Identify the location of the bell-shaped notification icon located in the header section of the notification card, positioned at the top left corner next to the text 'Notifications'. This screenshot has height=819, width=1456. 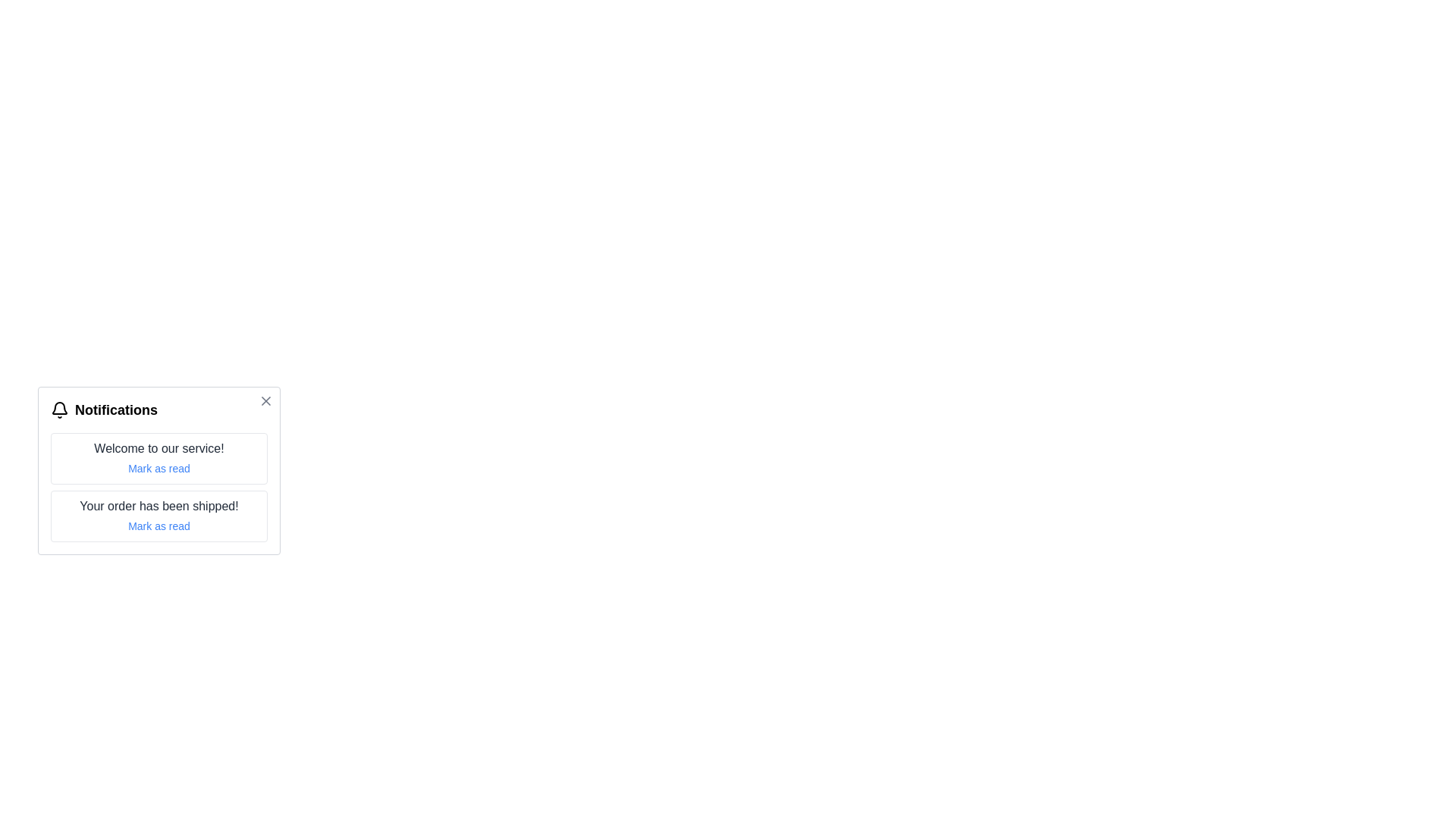
(59, 409).